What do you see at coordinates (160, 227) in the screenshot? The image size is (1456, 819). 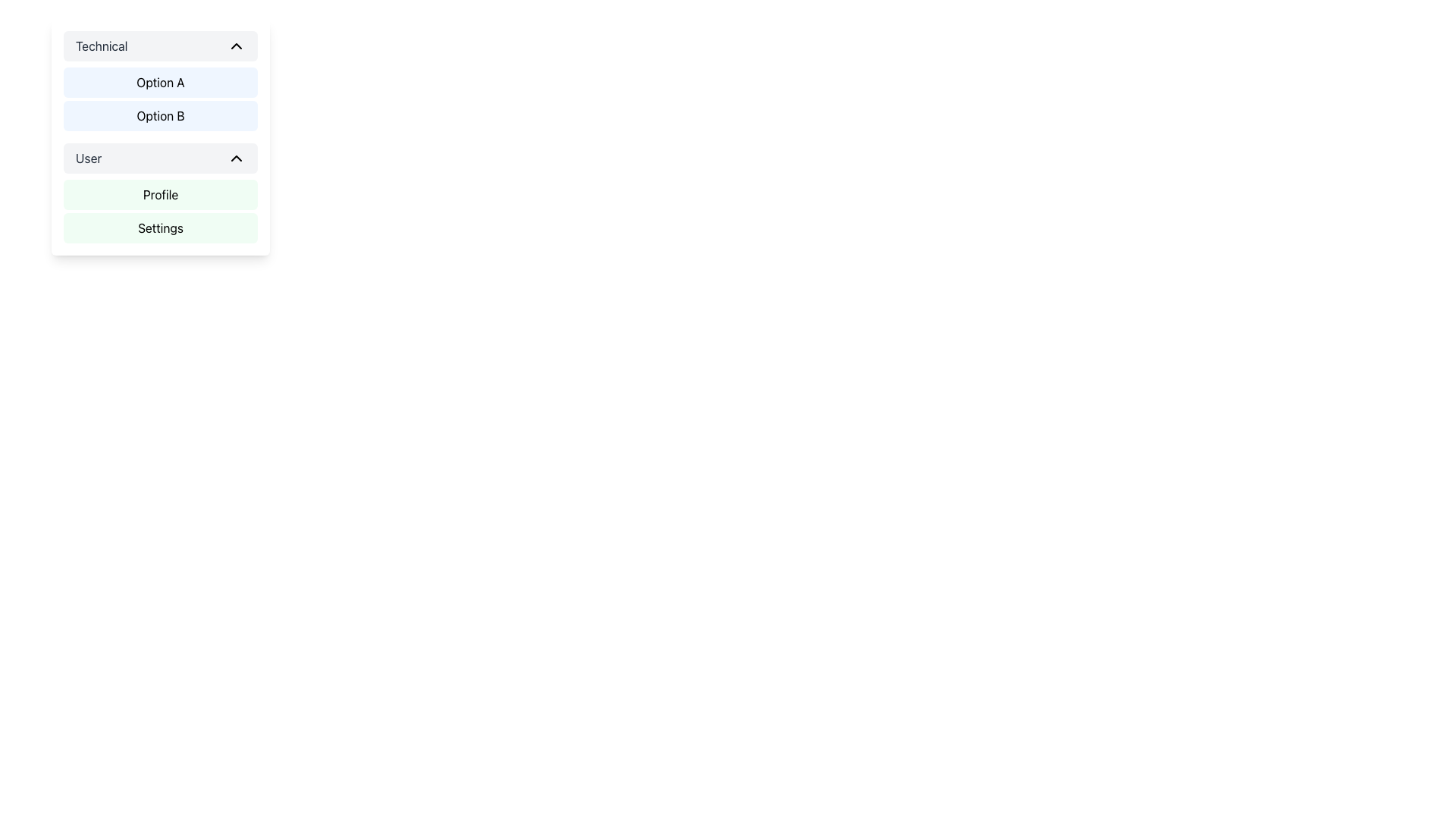 I see `the 'Settings' button, which is a rectangular button with a light green background located below the 'Profile' button in the user menu` at bounding box center [160, 227].